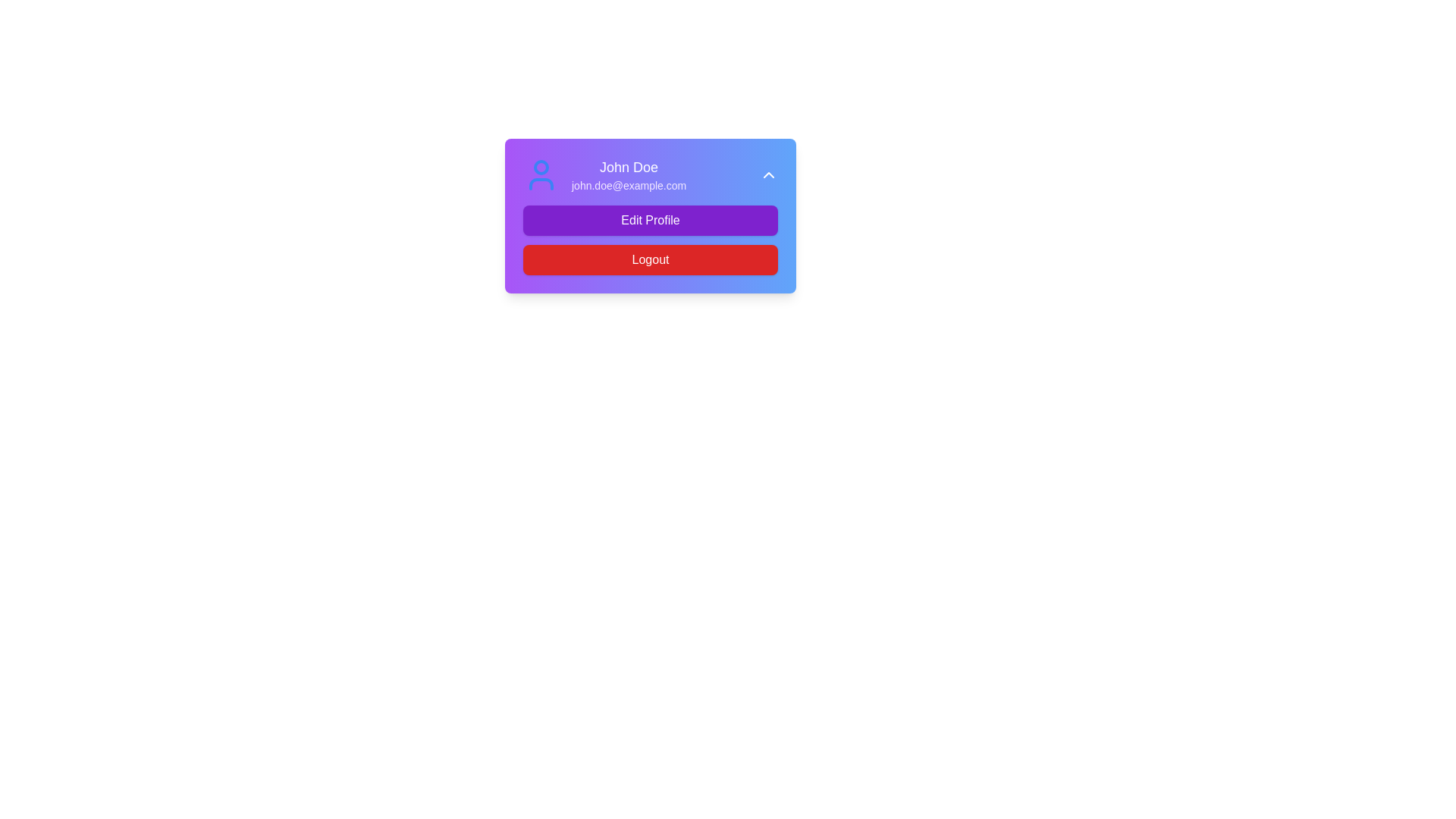 This screenshot has width=1456, height=819. What do you see at coordinates (651, 174) in the screenshot?
I see `the text 'John Doe' in the Profile Summary Section` at bounding box center [651, 174].